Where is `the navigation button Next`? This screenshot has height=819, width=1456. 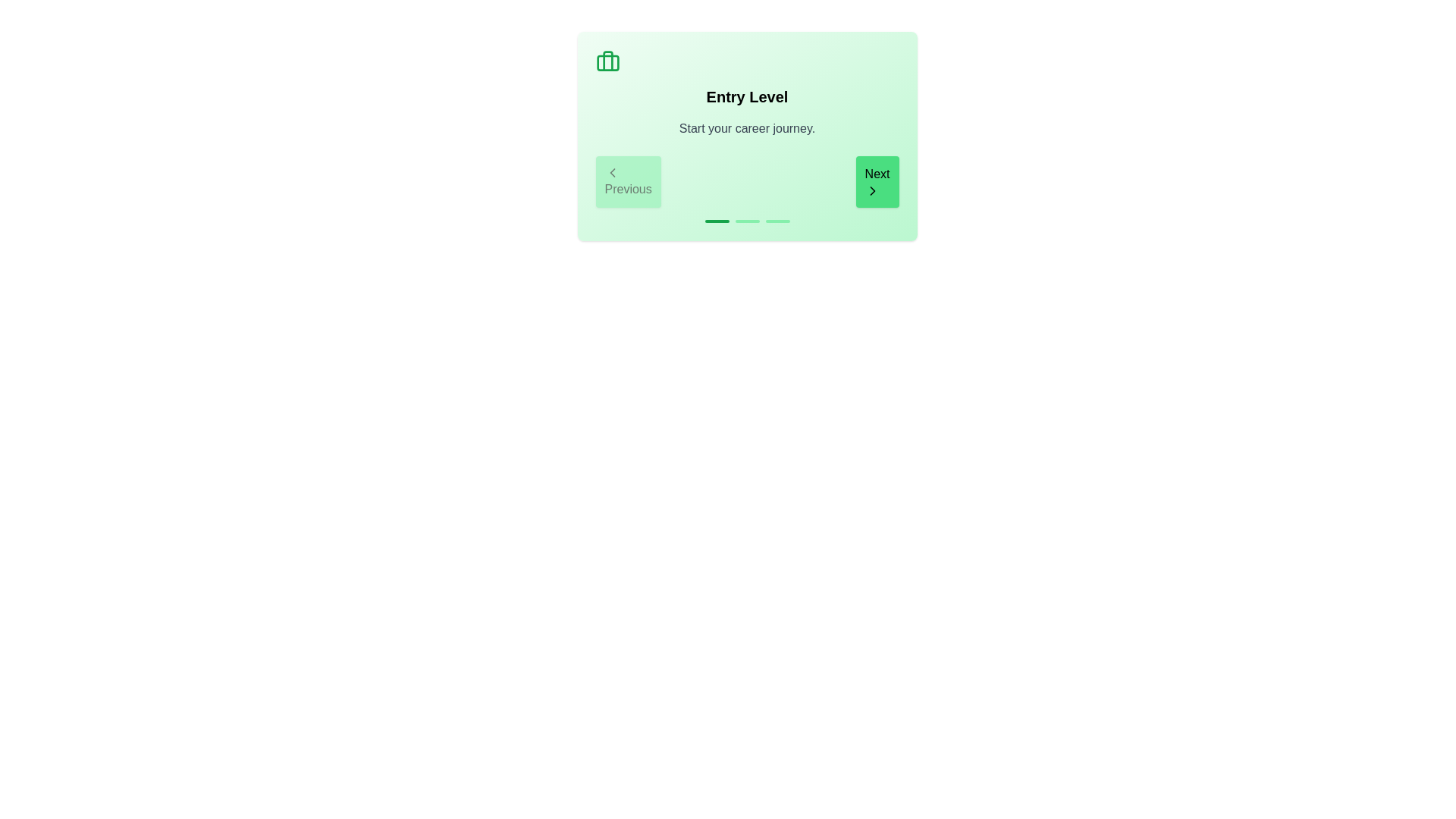 the navigation button Next is located at coordinates (877, 180).